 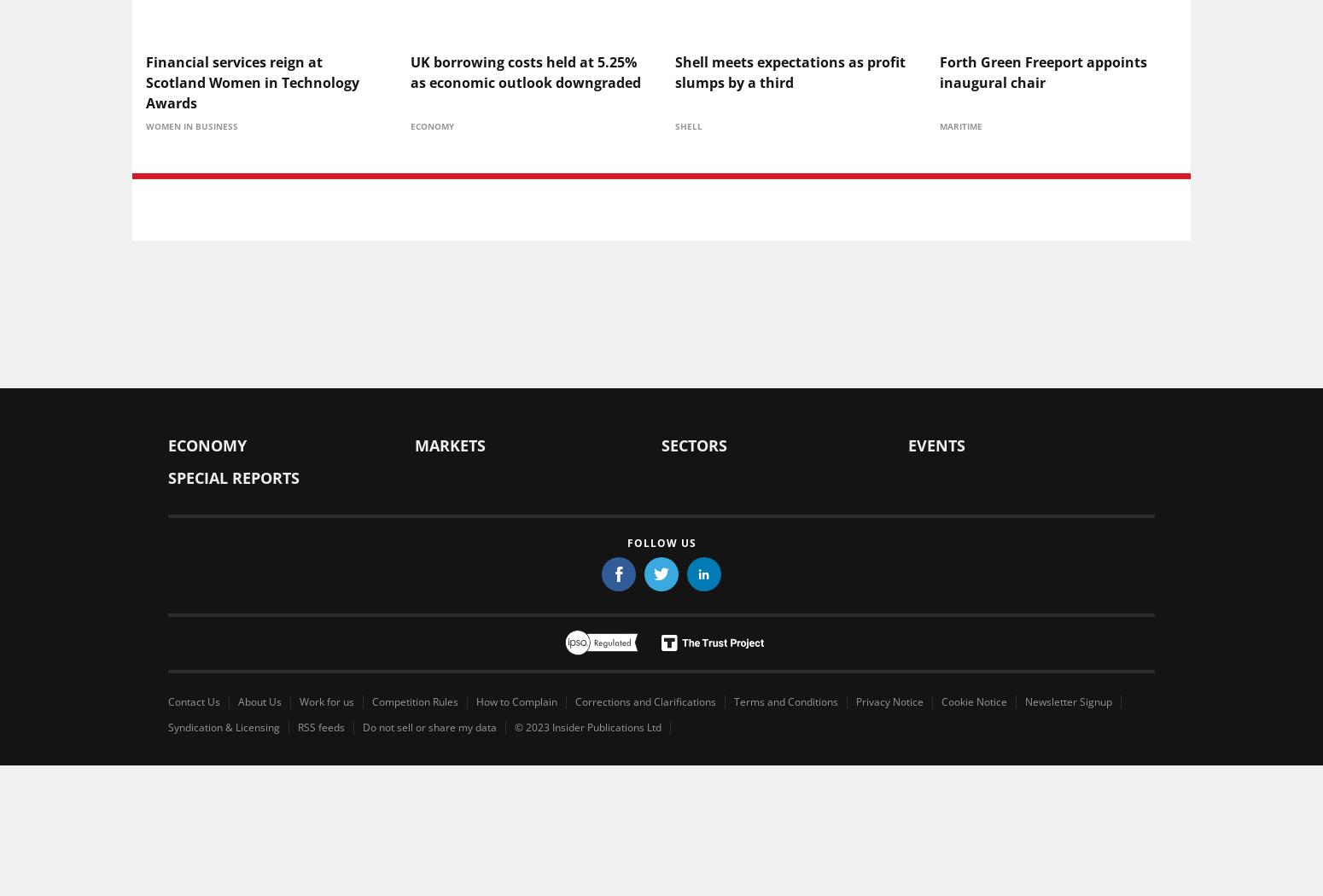 I want to click on 'Follow us', so click(x=661, y=542).